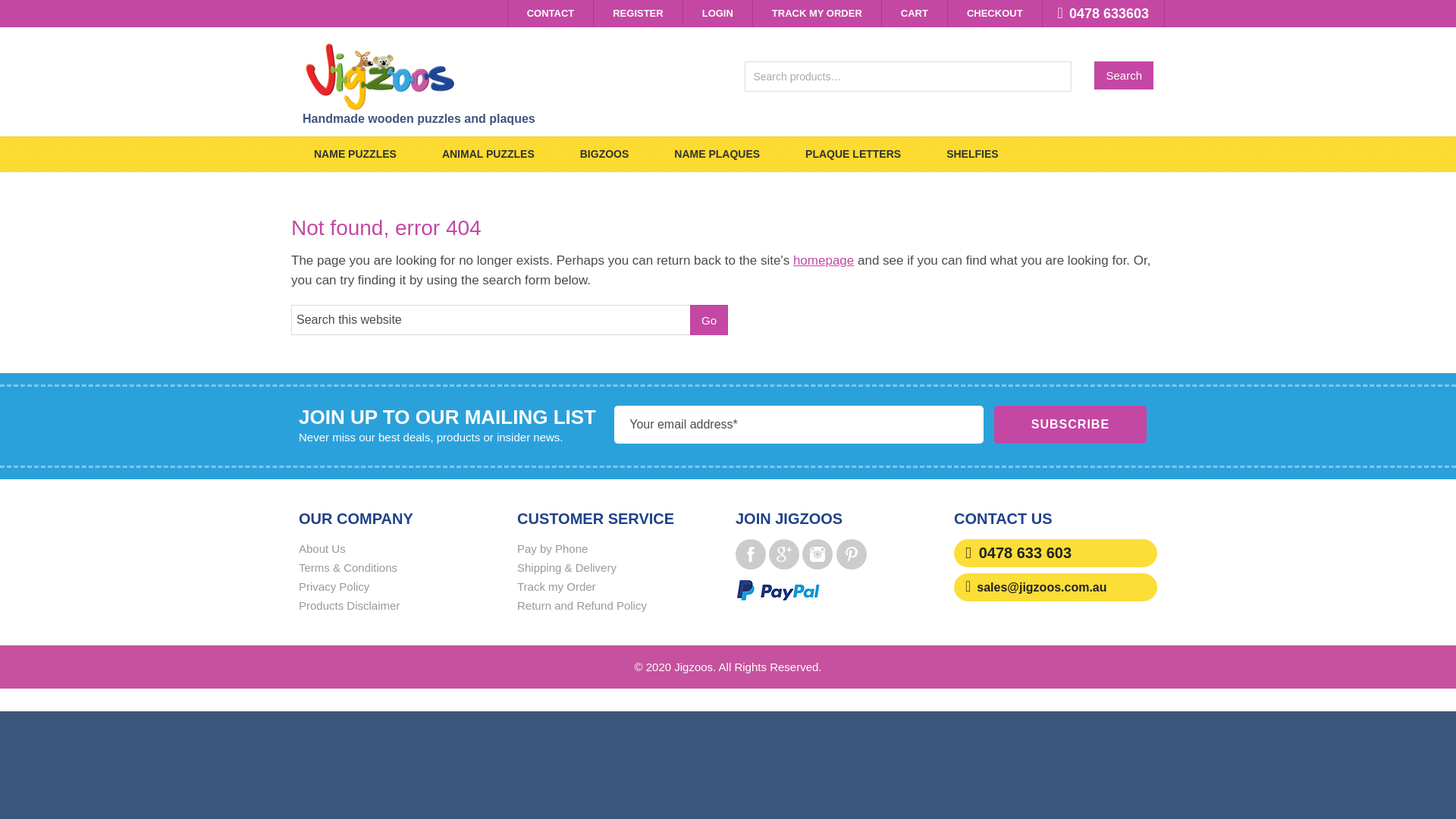 This screenshot has width=1456, height=819. Describe the element at coordinates (651, 154) in the screenshot. I see `'NAME PLAQUES'` at that location.